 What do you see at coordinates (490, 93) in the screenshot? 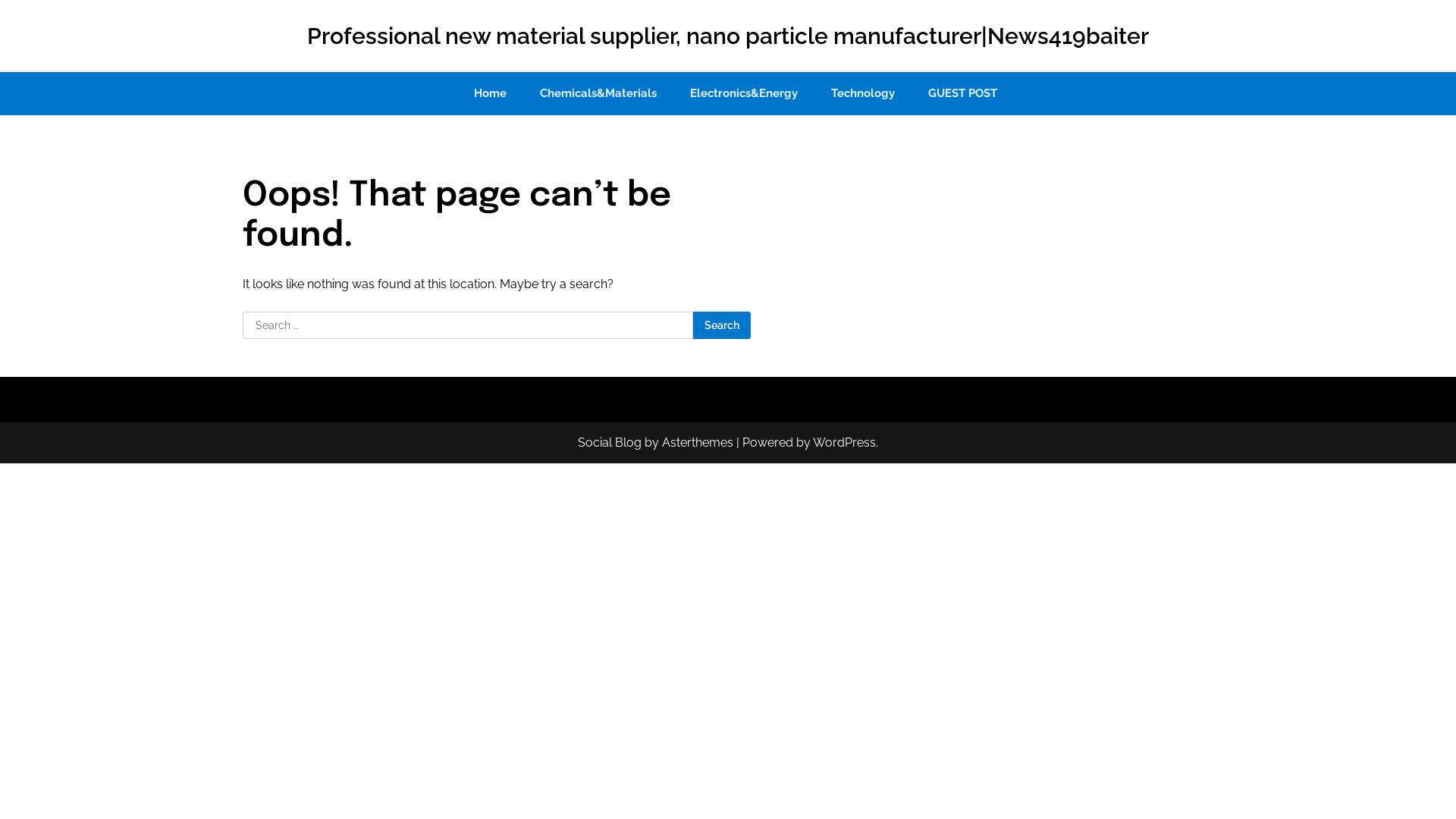
I see `'Home'` at bounding box center [490, 93].